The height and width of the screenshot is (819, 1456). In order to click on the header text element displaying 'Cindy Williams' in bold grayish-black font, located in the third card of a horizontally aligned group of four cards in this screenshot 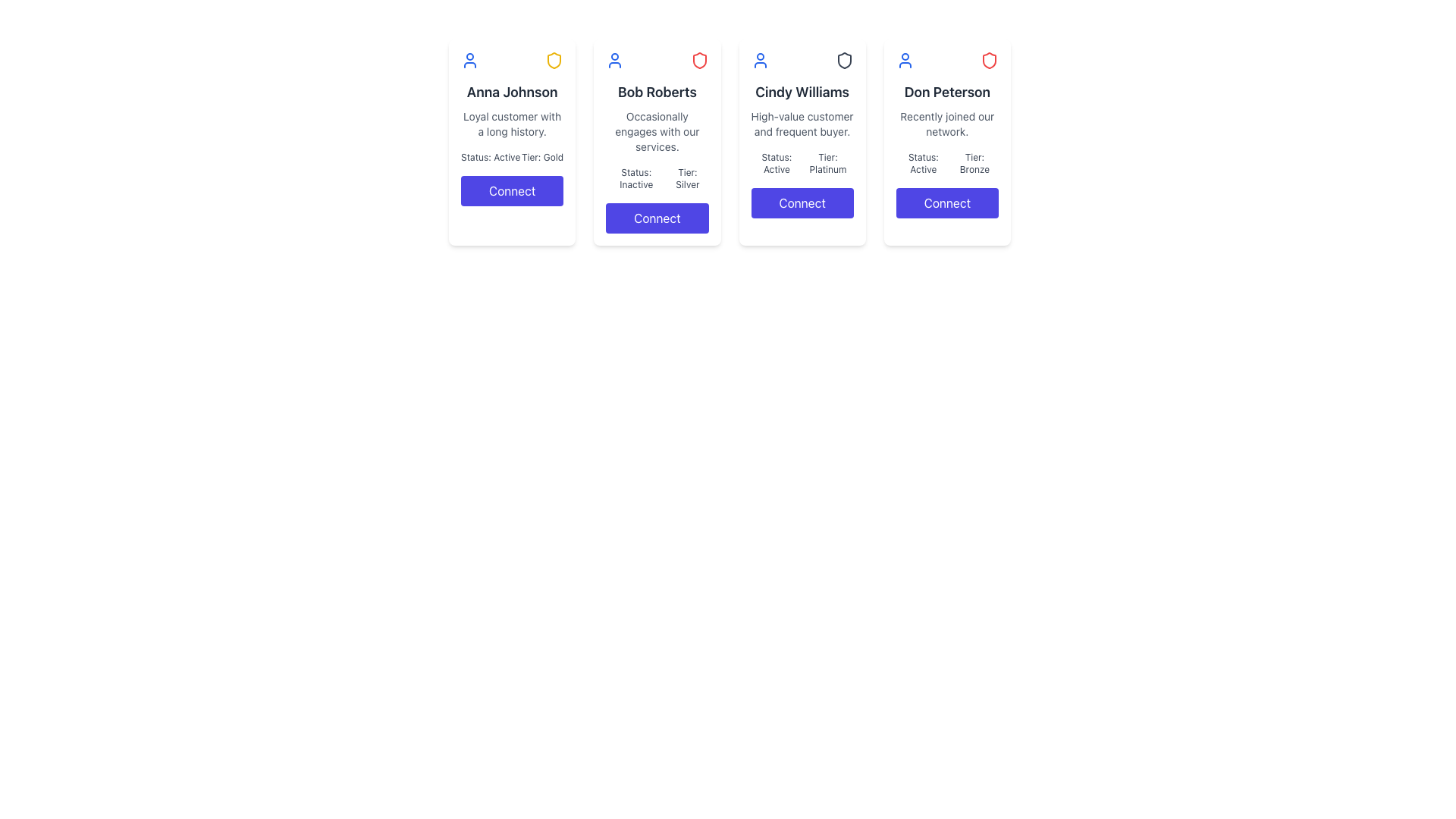, I will do `click(802, 93)`.